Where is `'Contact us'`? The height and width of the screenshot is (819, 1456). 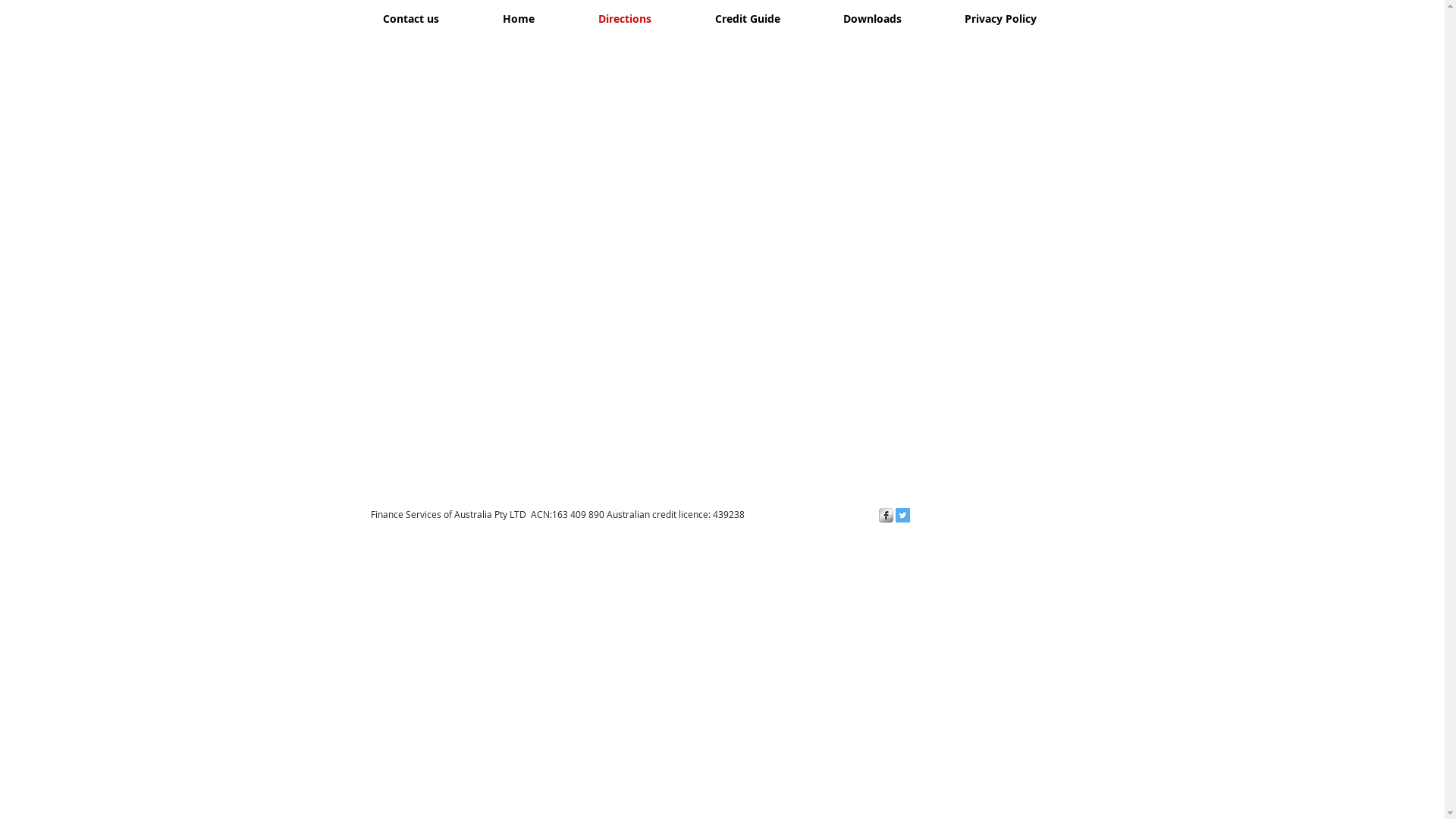
'Contact us' is located at coordinates (410, 18).